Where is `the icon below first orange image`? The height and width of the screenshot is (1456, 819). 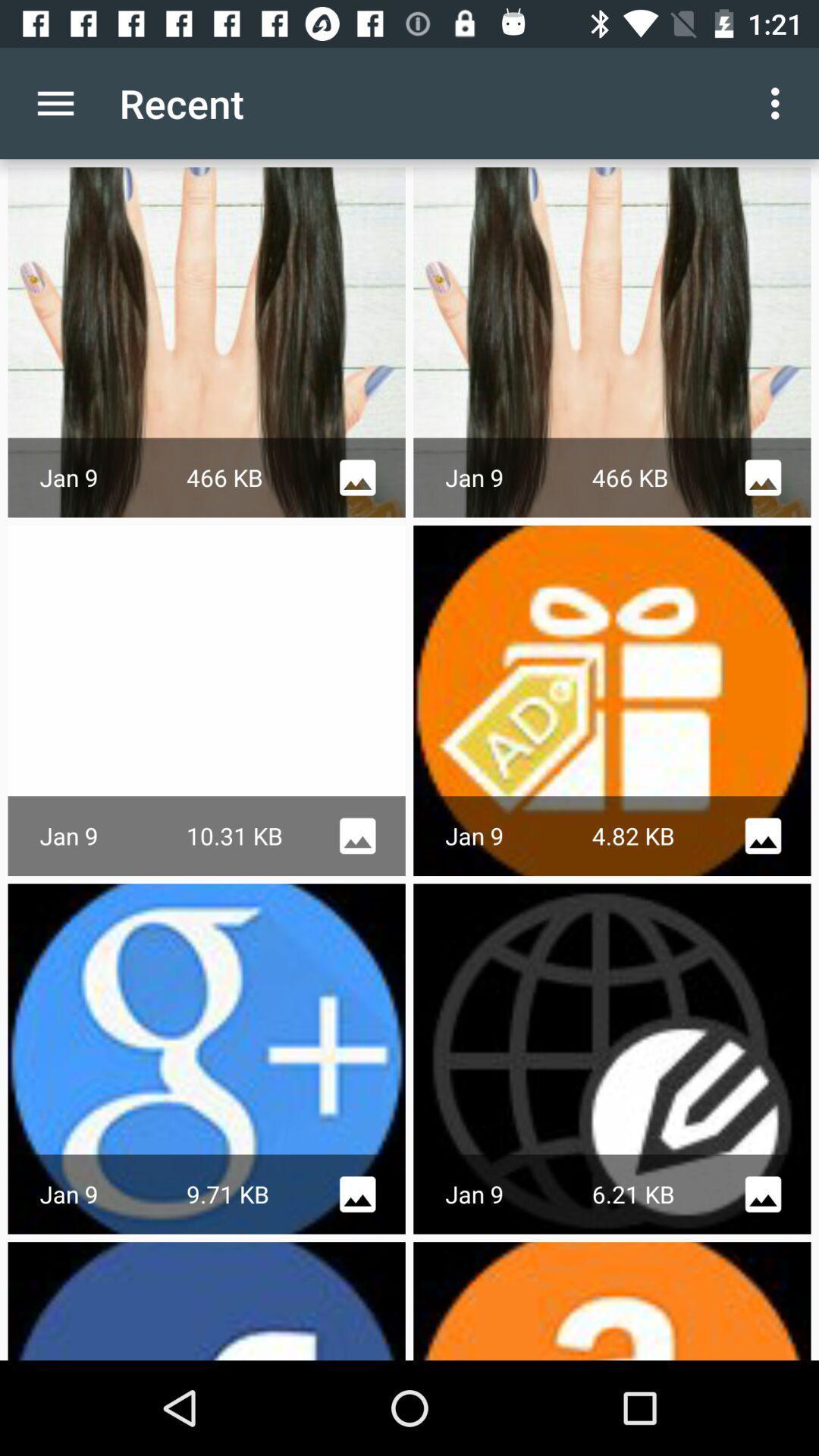
the icon below first orange image is located at coordinates (763, 835).